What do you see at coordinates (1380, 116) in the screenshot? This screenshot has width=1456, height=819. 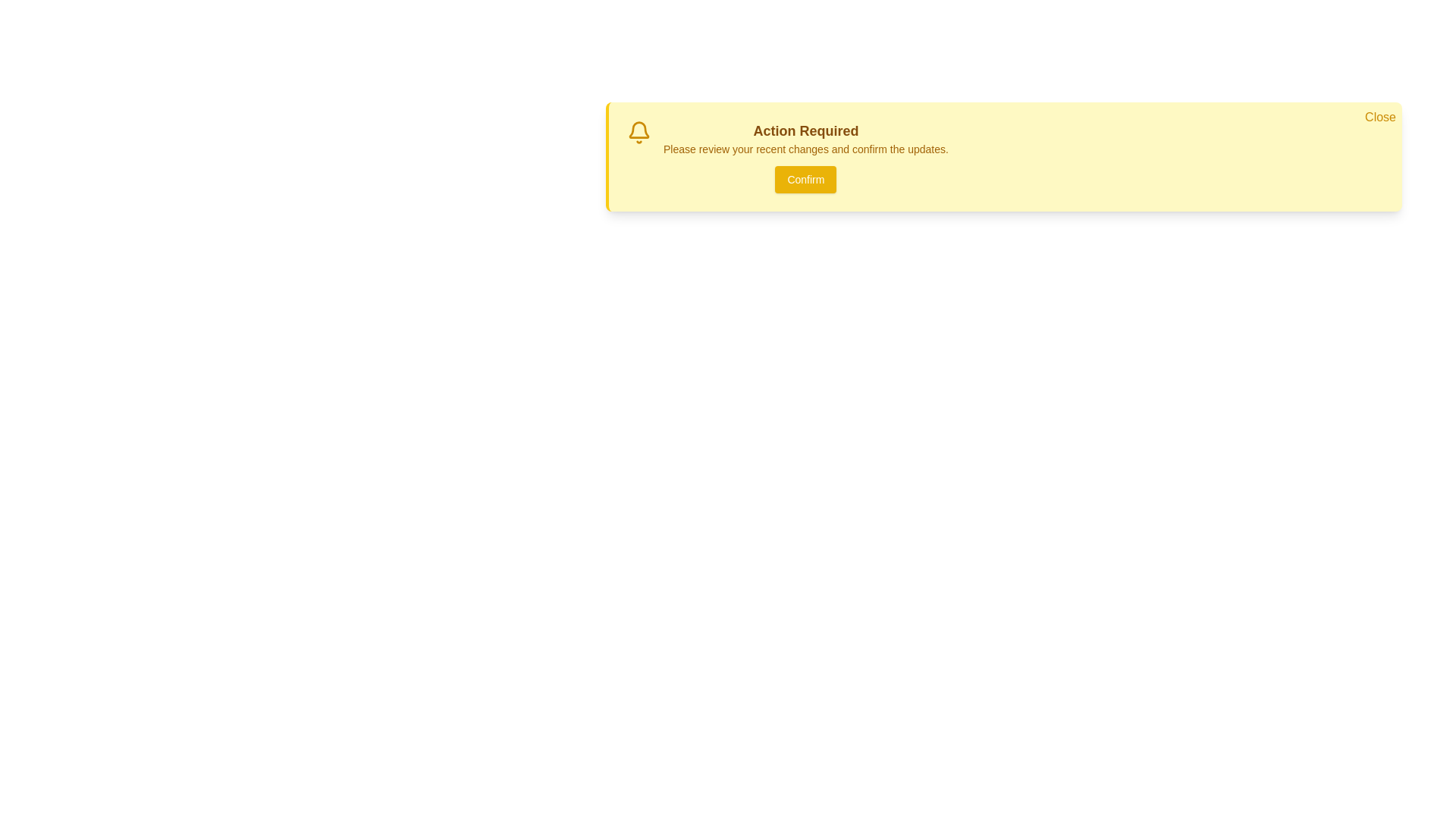 I see `the Close button to dismiss the notification card` at bounding box center [1380, 116].